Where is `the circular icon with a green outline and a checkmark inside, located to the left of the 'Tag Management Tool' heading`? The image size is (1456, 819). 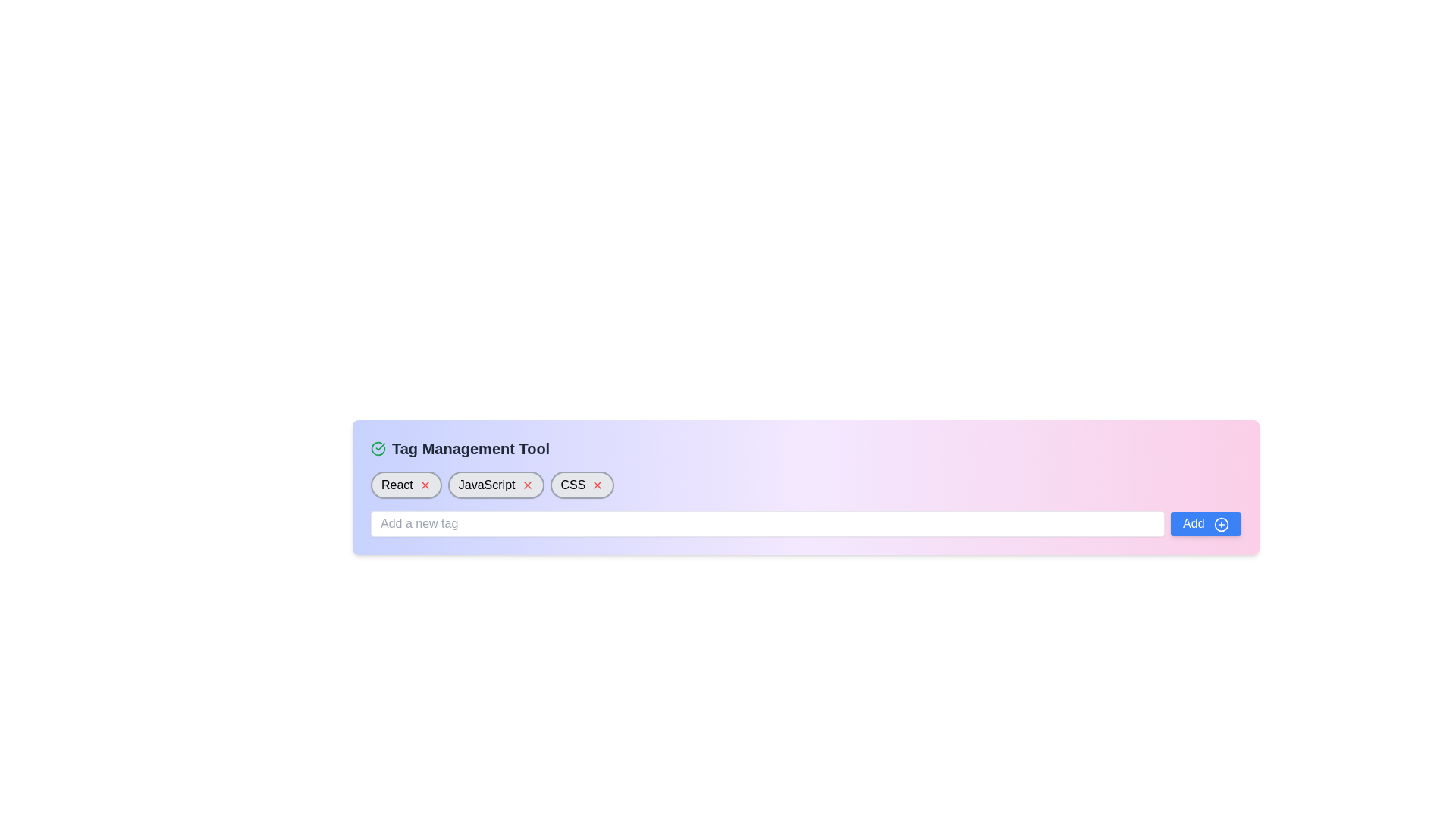 the circular icon with a green outline and a checkmark inside, located to the left of the 'Tag Management Tool' heading is located at coordinates (378, 447).